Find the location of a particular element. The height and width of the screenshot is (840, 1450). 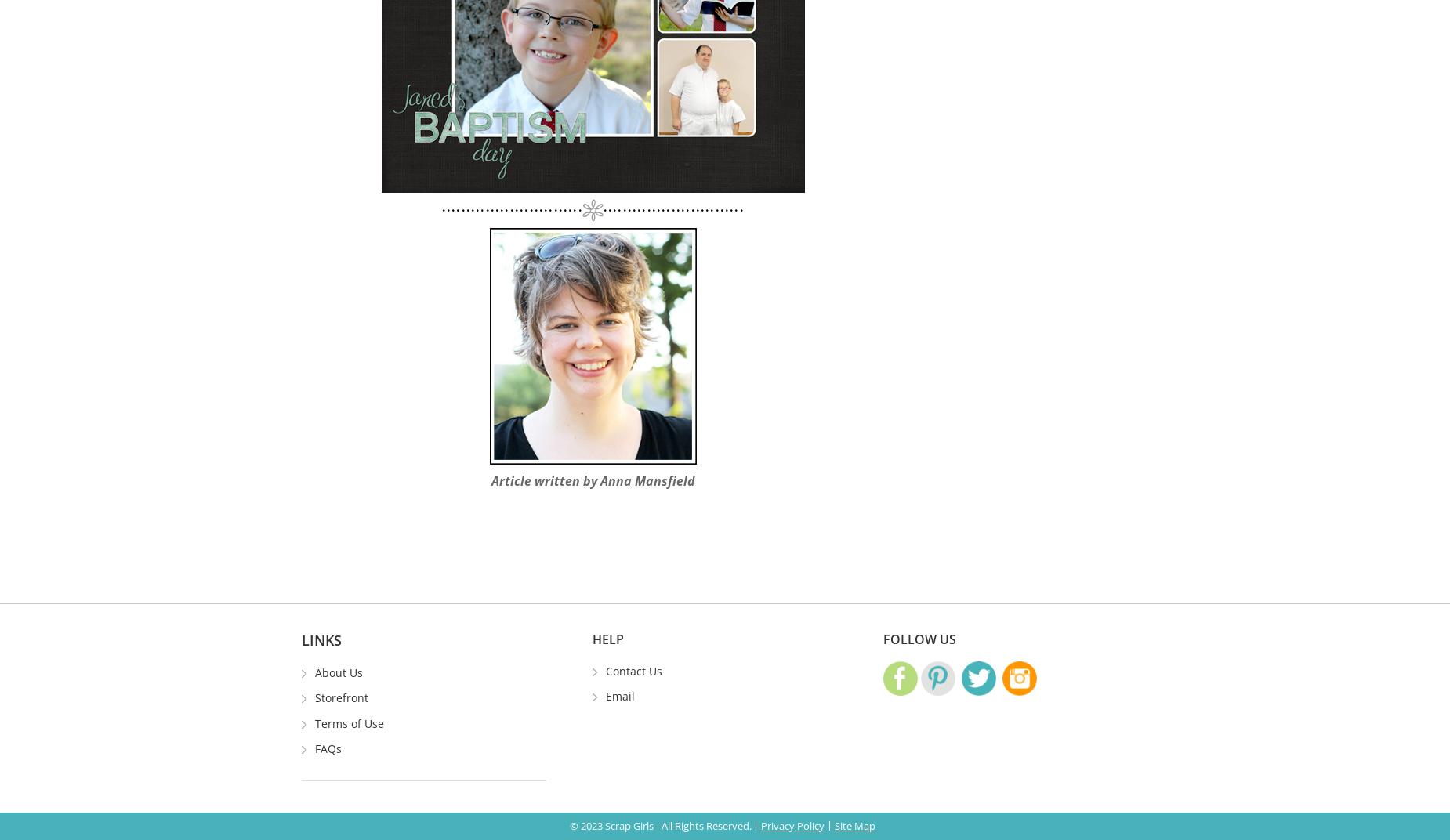

'Article written by Anna Mansfield' is located at coordinates (592, 481).